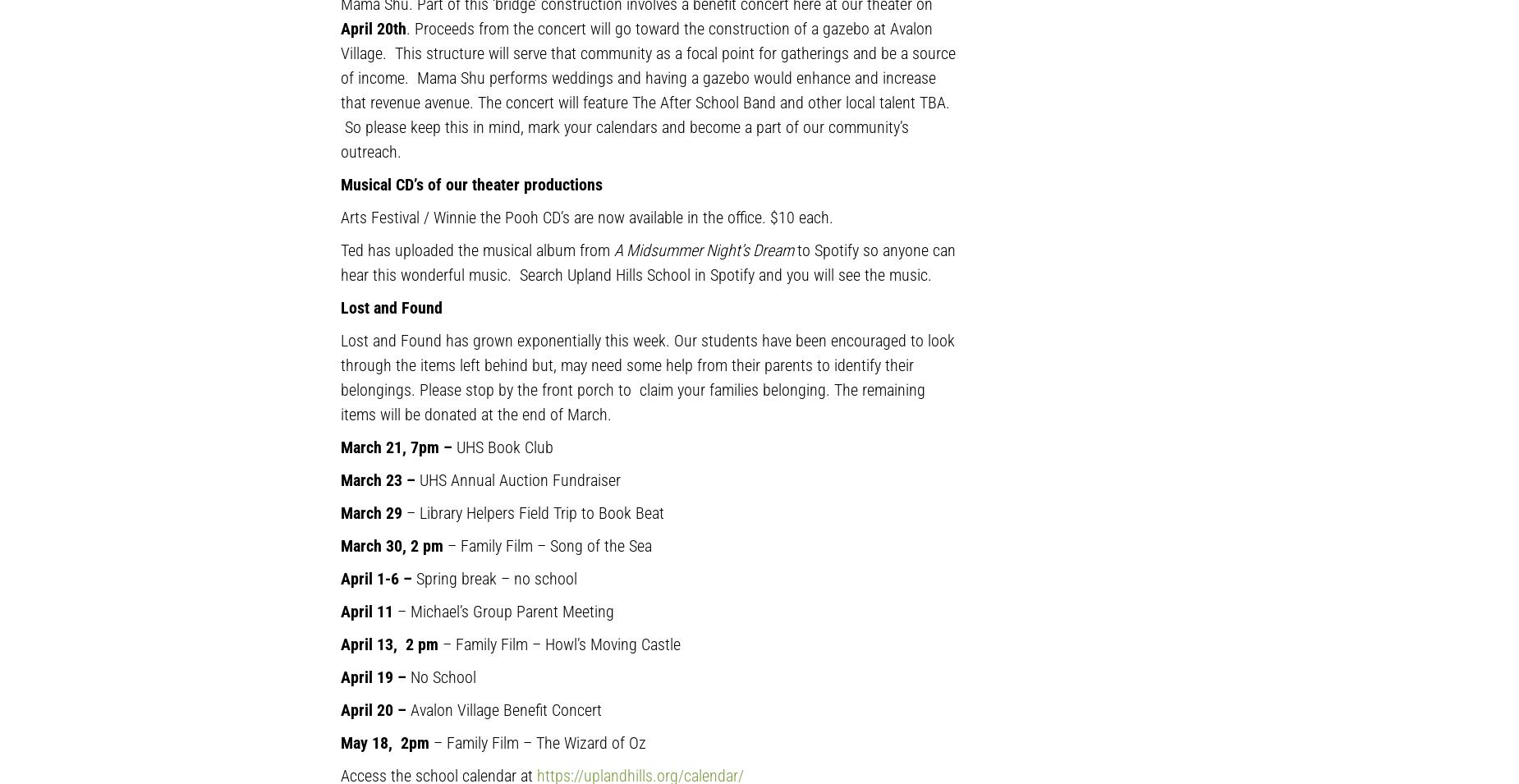 Image resolution: width=1519 pixels, height=784 pixels. What do you see at coordinates (339, 88) in the screenshot?
I see `'. Proceeds from the concert will go toward the construction of a gazebo at Avalon Village.  This structure will serve that community as a focal point for gatherings and be a source of income.  Mama Shu performs weddings and having a gazebo would enhance and increase that revenue avenue. The concert will feature The After School Band and other local talent TBA.  So please keep this in mind, mark your calendars and become a part of our community’s outreach.'` at bounding box center [339, 88].